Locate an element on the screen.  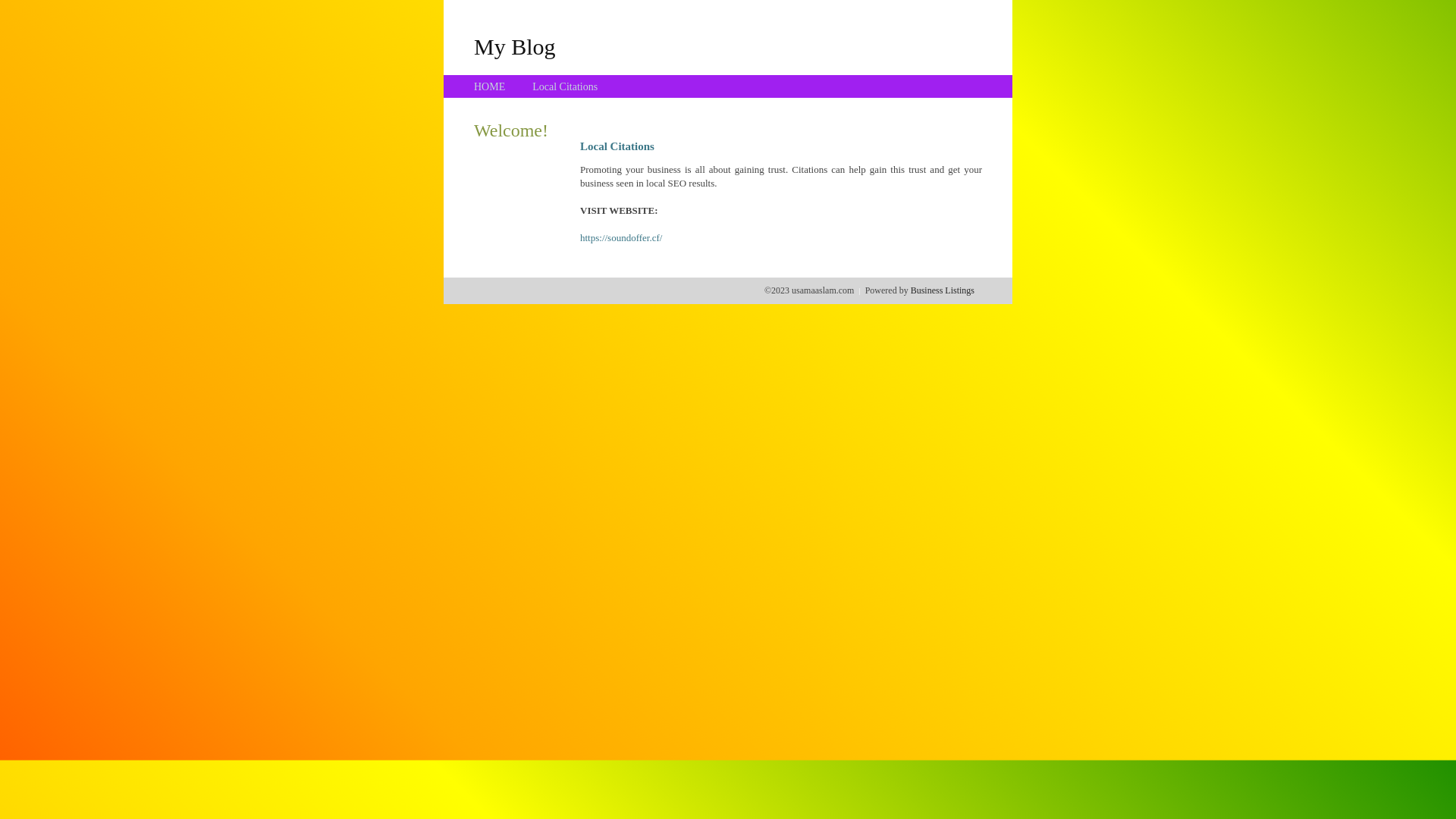
'Local Citations' is located at coordinates (532, 86).